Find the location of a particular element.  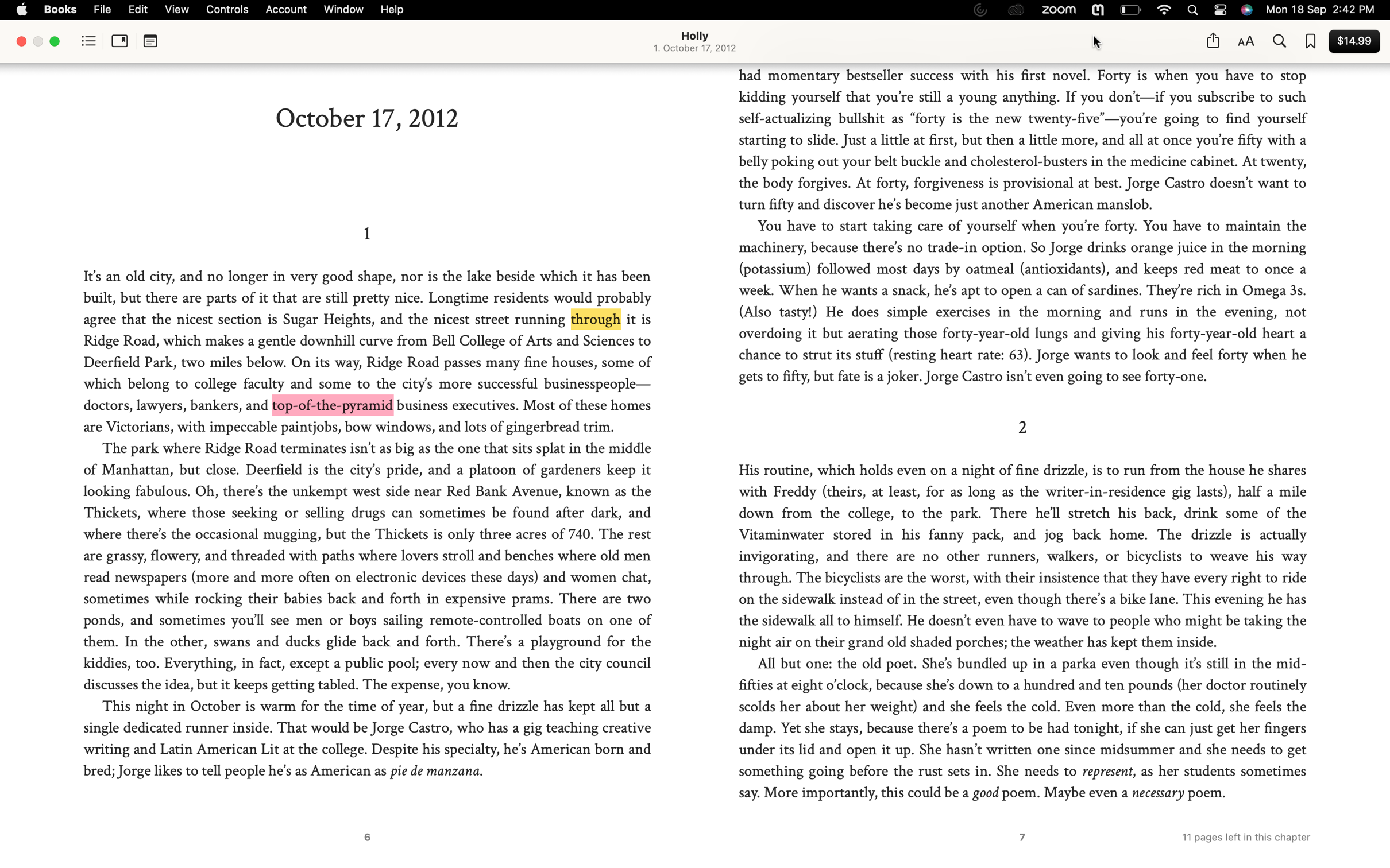

Distribute this page on Twitter using the share button is located at coordinates (1212, 40).